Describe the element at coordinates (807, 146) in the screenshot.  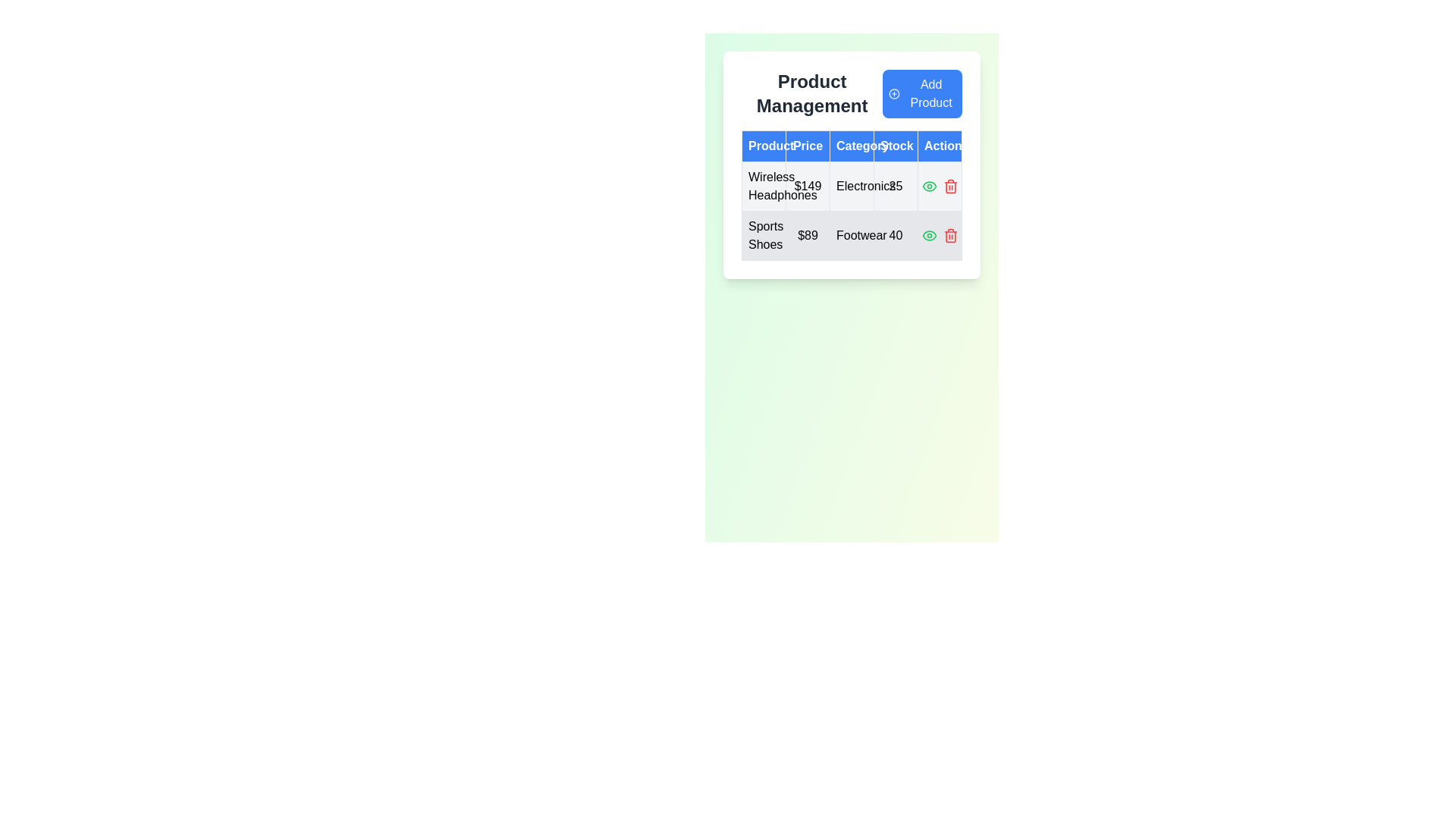
I see `text from the Table Header Cell labeled 'Price', which is the second header in a row of headers with a blue background and white centered text` at that location.